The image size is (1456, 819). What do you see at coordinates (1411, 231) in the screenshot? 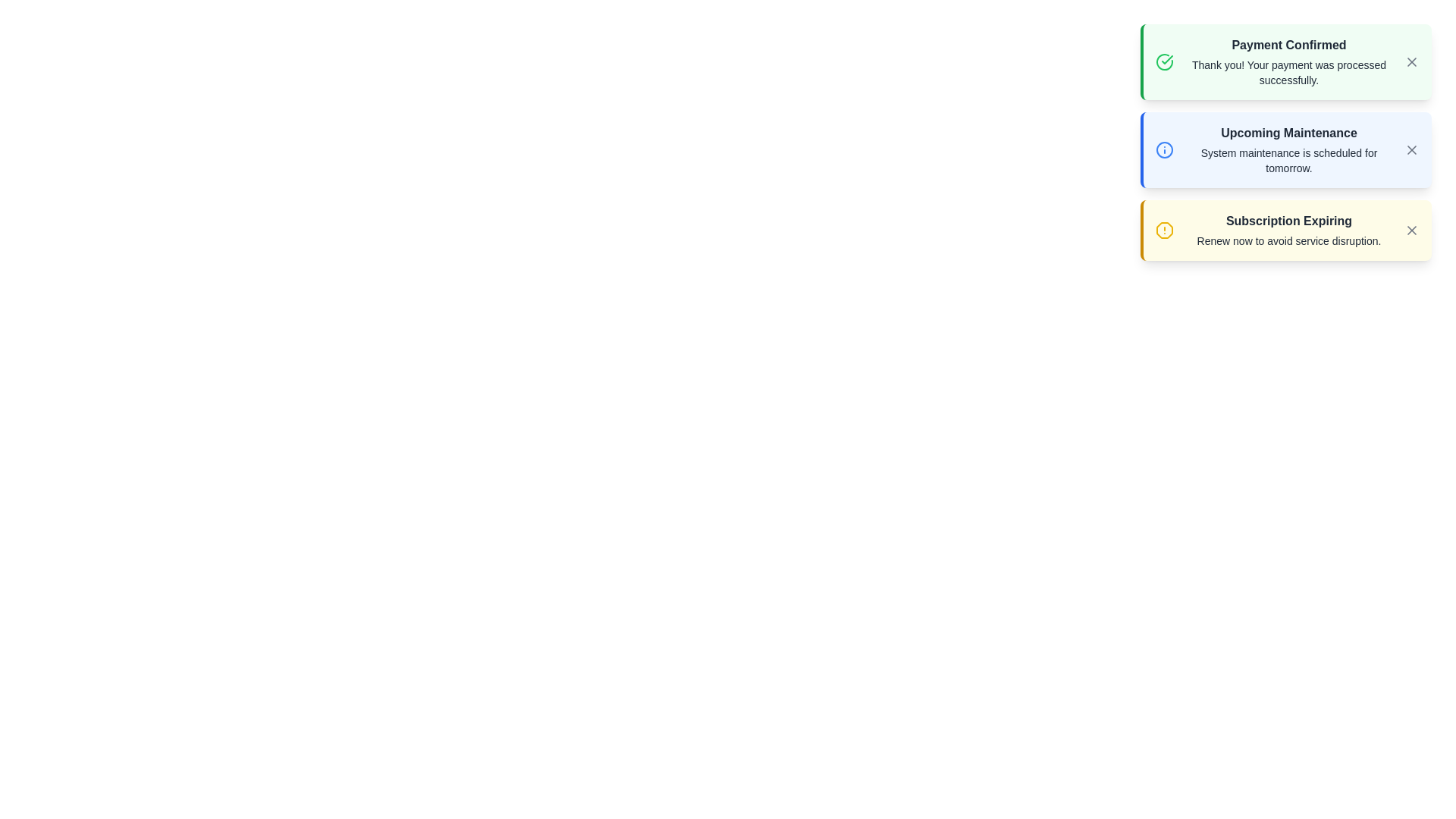
I see `close button of the notification with the title 'Subscription Expiring'` at bounding box center [1411, 231].